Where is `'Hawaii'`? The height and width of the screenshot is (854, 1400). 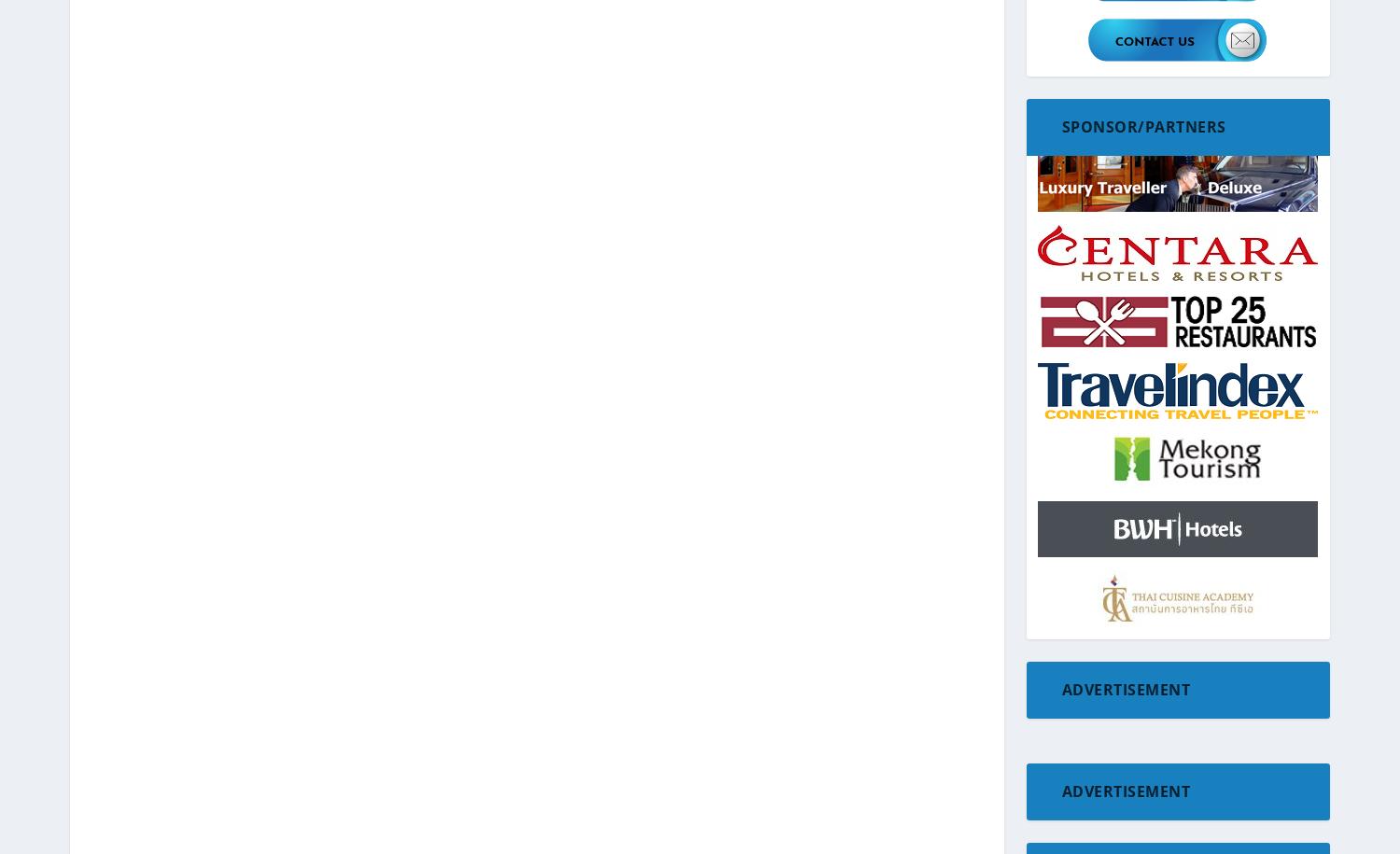 'Hawaii' is located at coordinates (1059, 655).